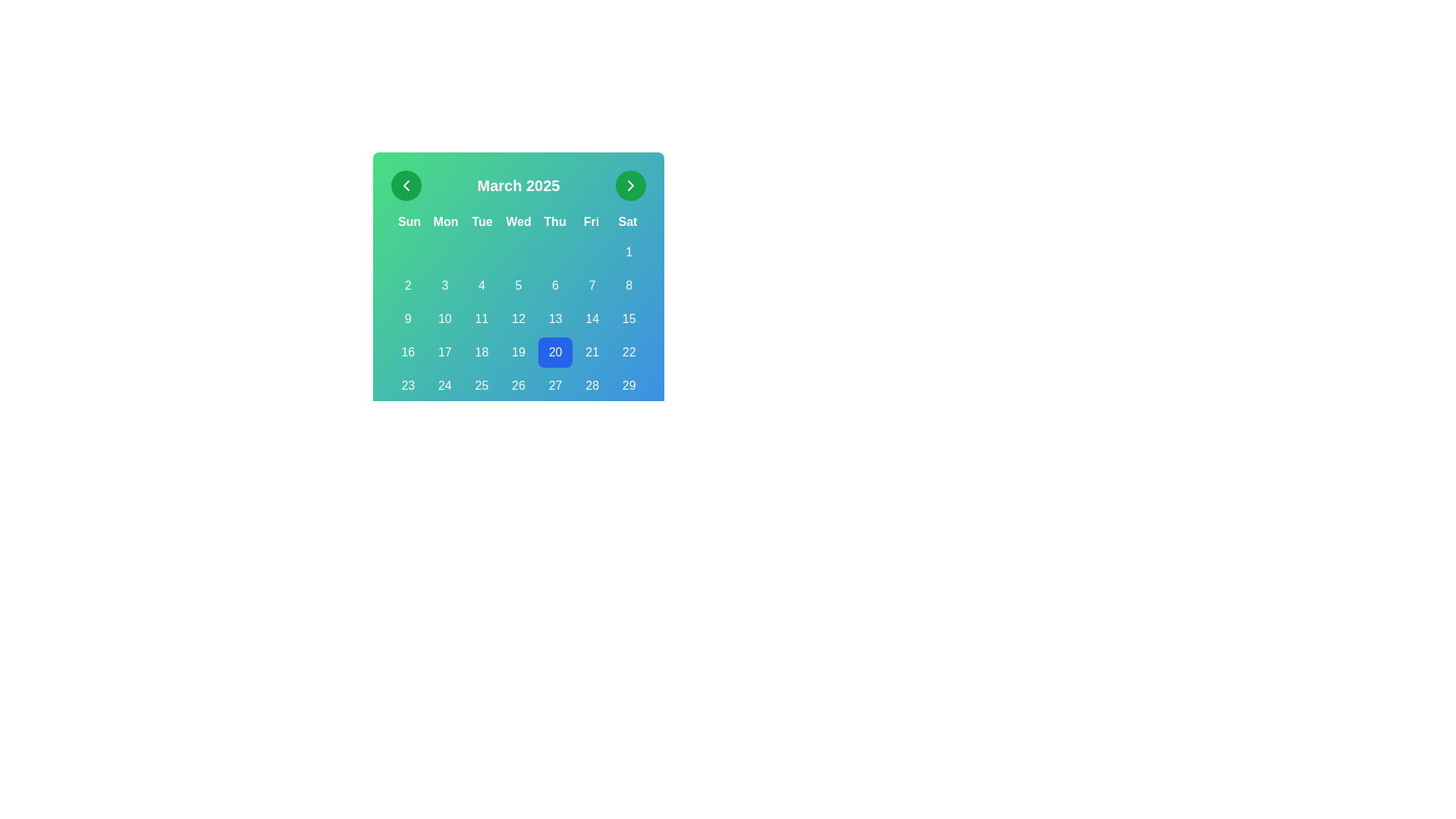  What do you see at coordinates (554, 222) in the screenshot?
I see `the text label displaying 'Thu', which is the fifth element in a row of abbreviated day names on a digital calendar interface` at bounding box center [554, 222].